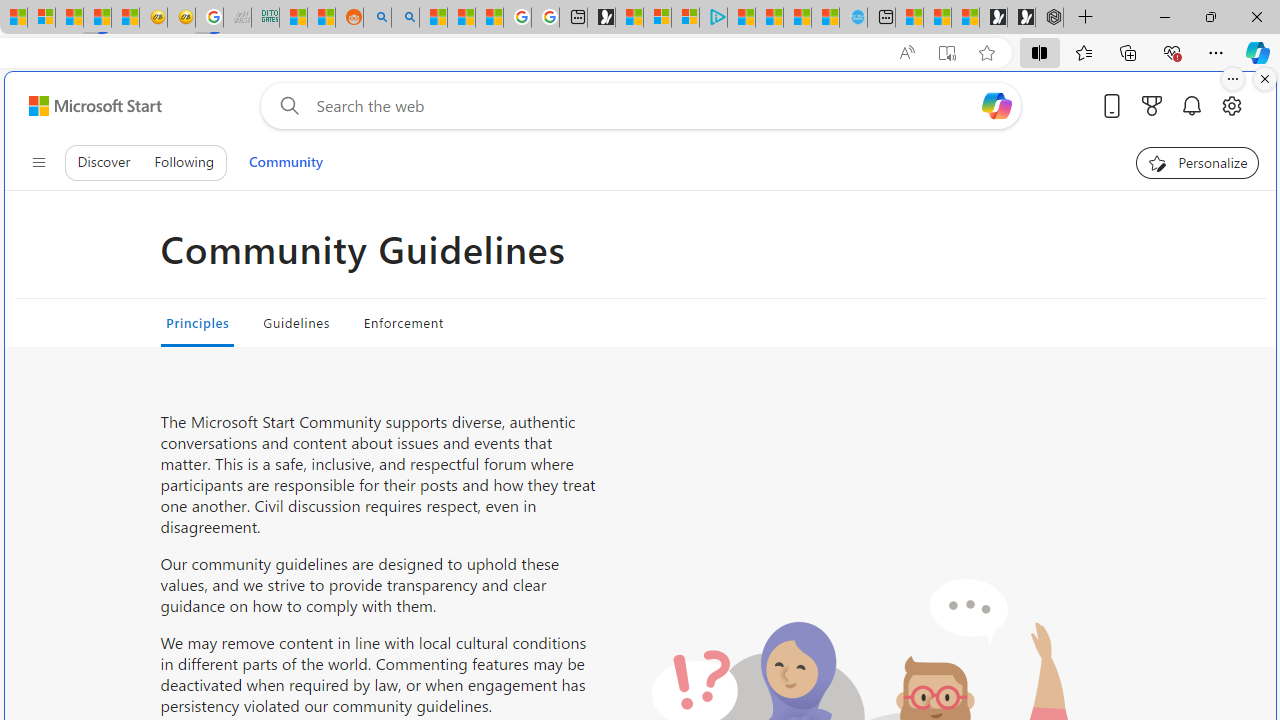 This screenshot has height=720, width=1280. What do you see at coordinates (237, 17) in the screenshot?
I see `'Navy Quest'` at bounding box center [237, 17].